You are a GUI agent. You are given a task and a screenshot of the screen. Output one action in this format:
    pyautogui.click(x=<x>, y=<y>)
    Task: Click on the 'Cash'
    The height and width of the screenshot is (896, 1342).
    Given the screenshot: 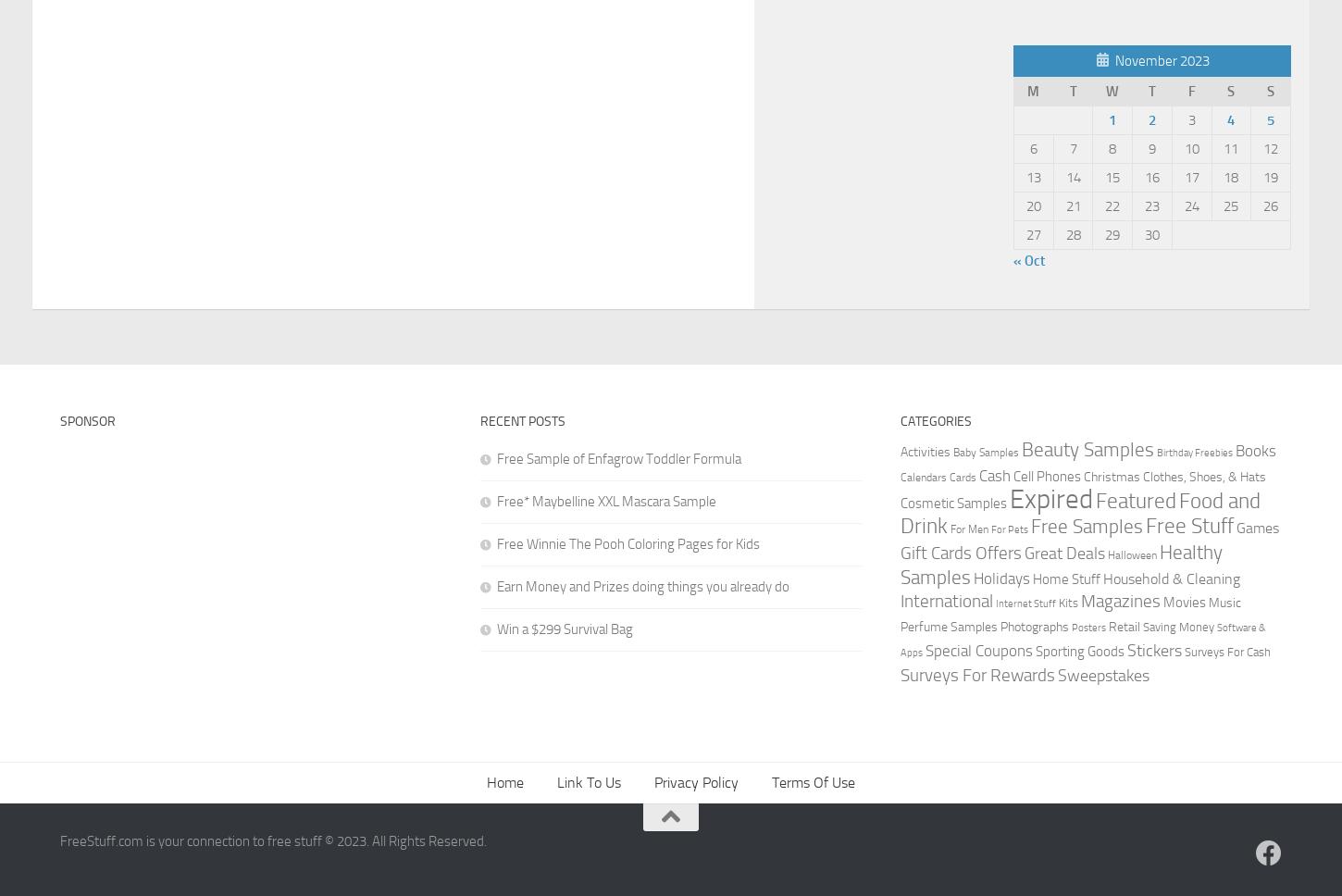 What is the action you would take?
    pyautogui.click(x=995, y=476)
    